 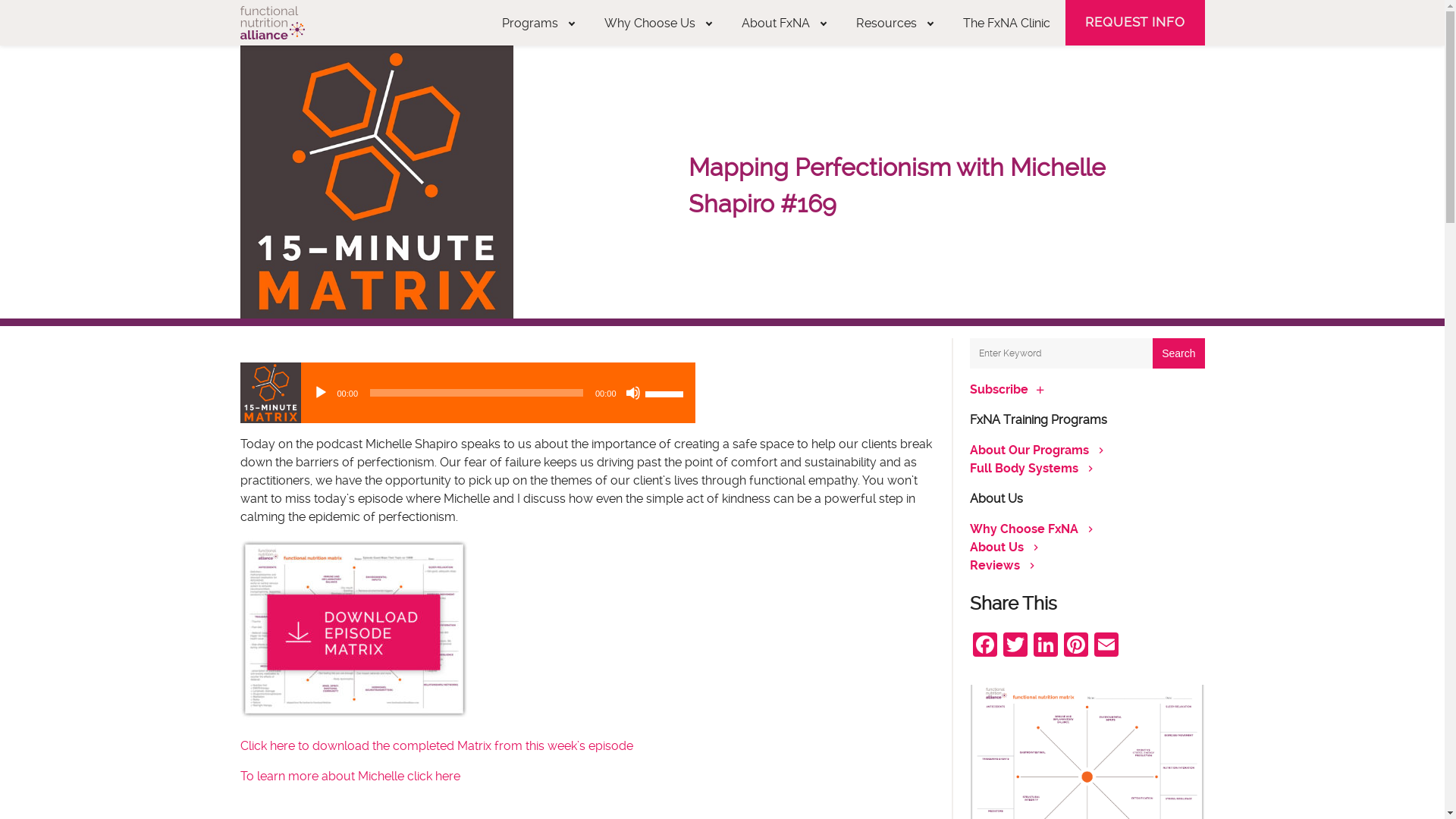 I want to click on 'Subscribe', so click(x=968, y=388).